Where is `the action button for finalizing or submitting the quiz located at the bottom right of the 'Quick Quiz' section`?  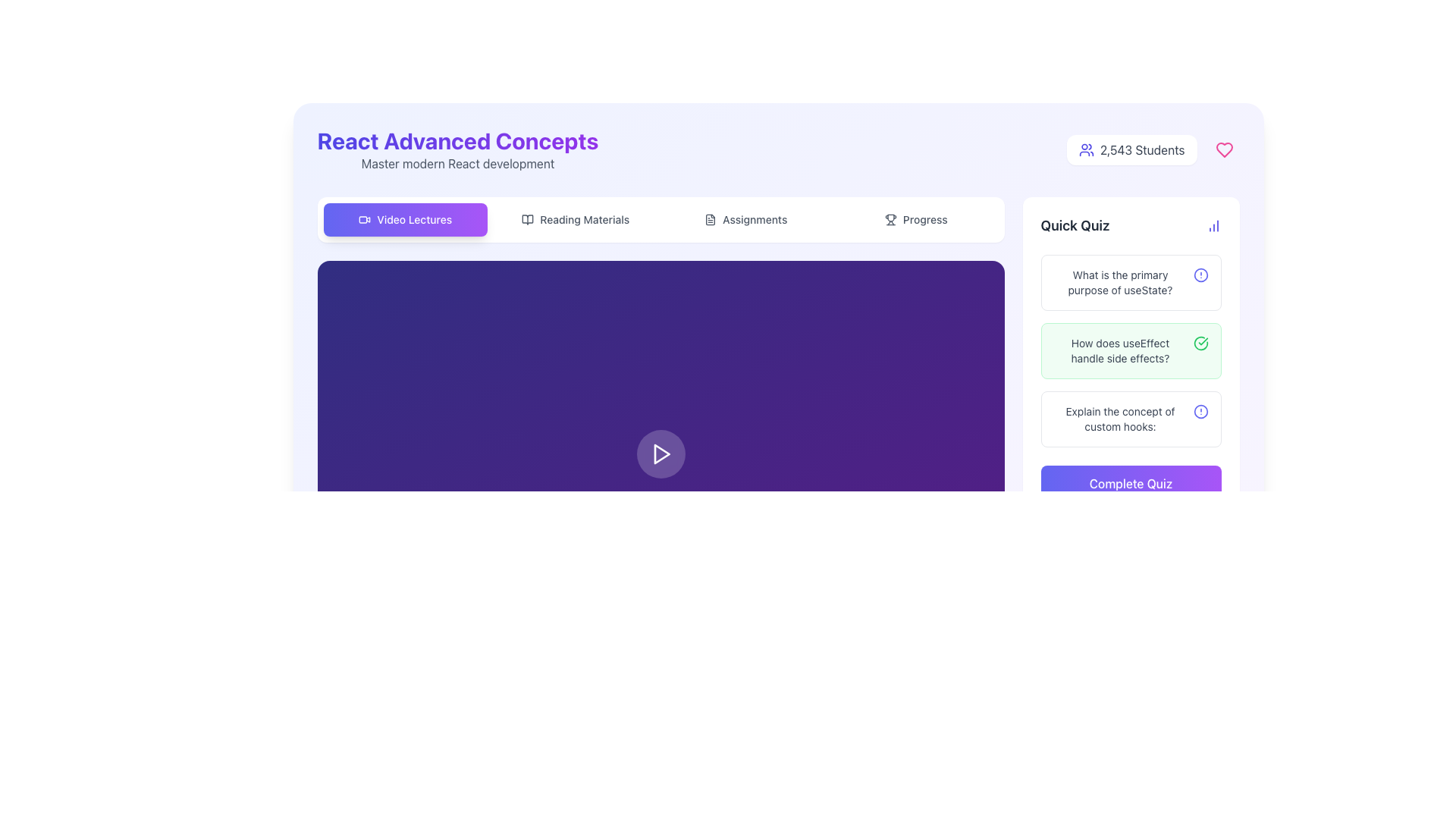 the action button for finalizing or submitting the quiz located at the bottom right of the 'Quick Quiz' section is located at coordinates (1131, 483).